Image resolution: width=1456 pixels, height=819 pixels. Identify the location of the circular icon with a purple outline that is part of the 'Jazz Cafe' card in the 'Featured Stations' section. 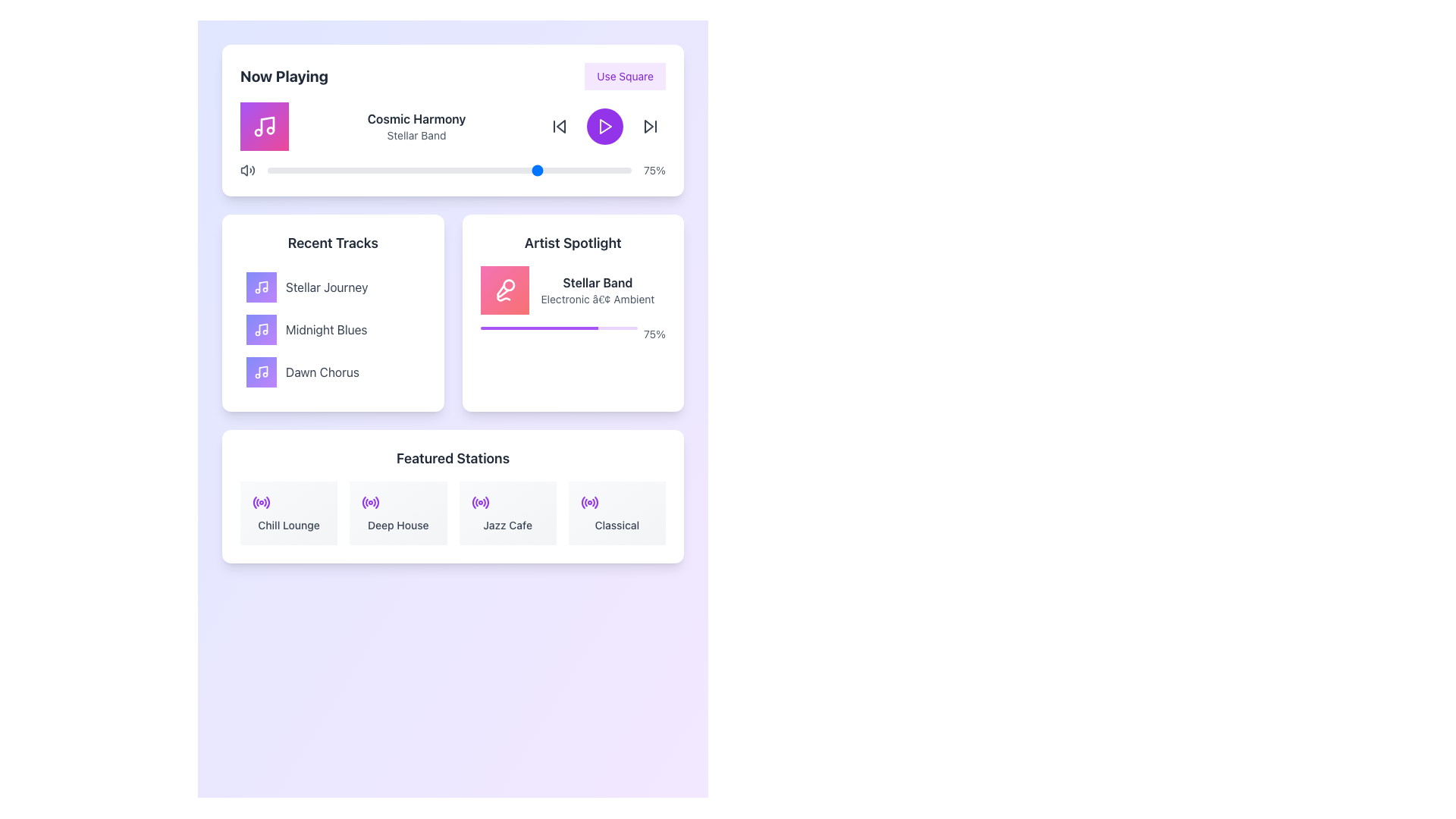
(479, 503).